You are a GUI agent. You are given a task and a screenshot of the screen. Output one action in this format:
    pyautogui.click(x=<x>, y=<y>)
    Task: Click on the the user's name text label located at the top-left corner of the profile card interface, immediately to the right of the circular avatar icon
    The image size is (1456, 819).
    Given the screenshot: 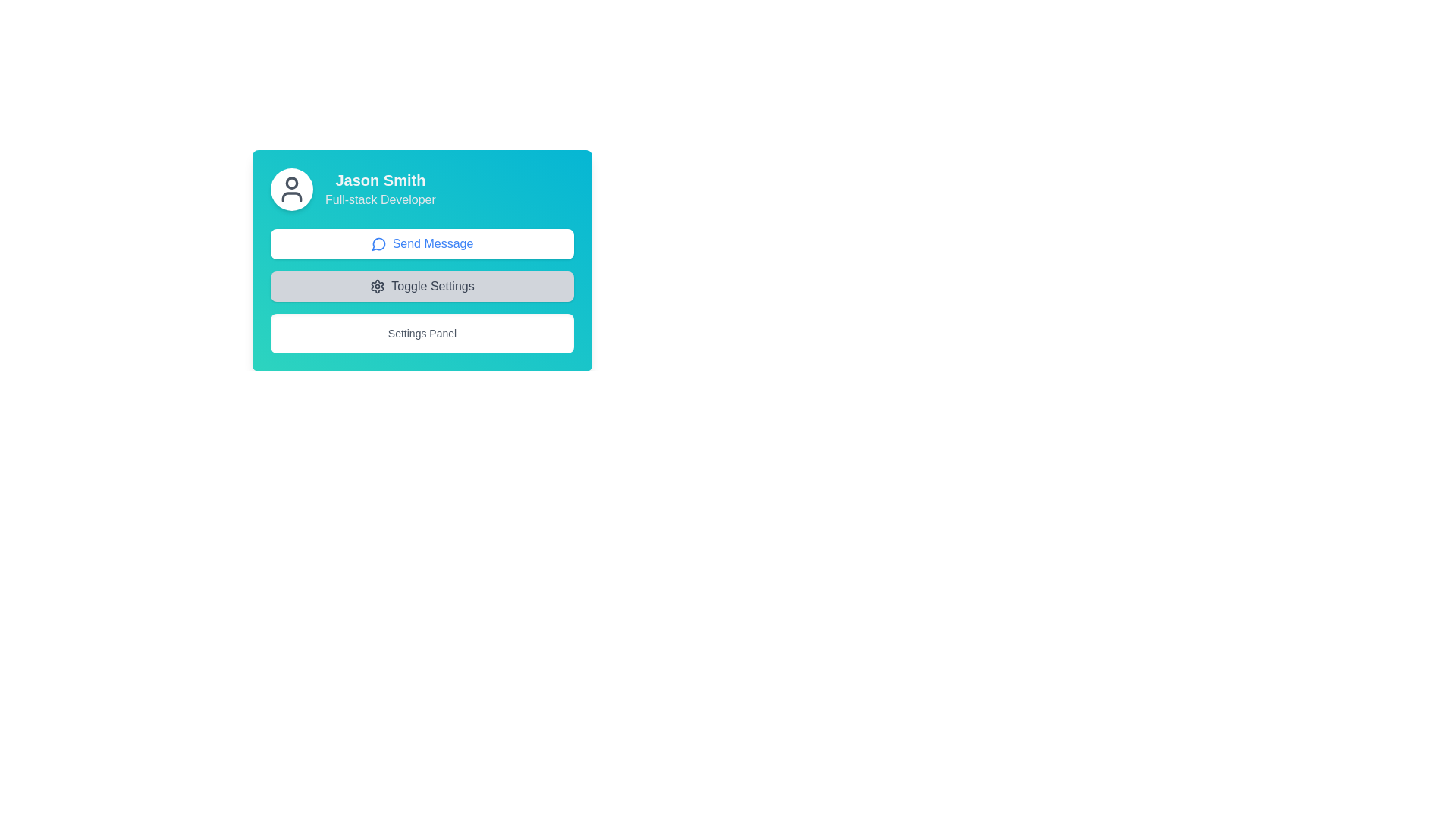 What is the action you would take?
    pyautogui.click(x=380, y=180)
    